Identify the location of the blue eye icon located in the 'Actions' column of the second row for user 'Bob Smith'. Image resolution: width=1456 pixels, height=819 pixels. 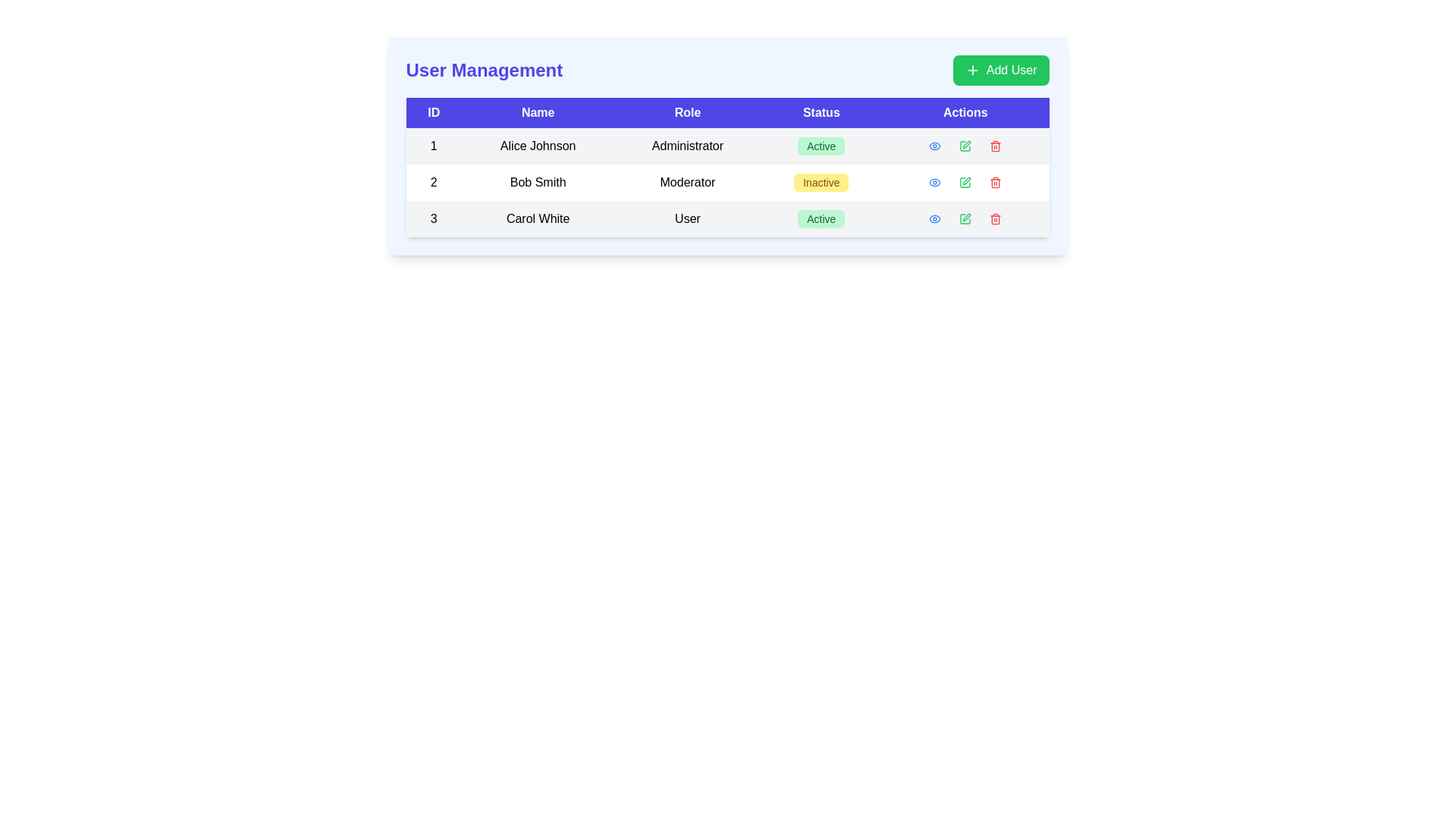
(934, 181).